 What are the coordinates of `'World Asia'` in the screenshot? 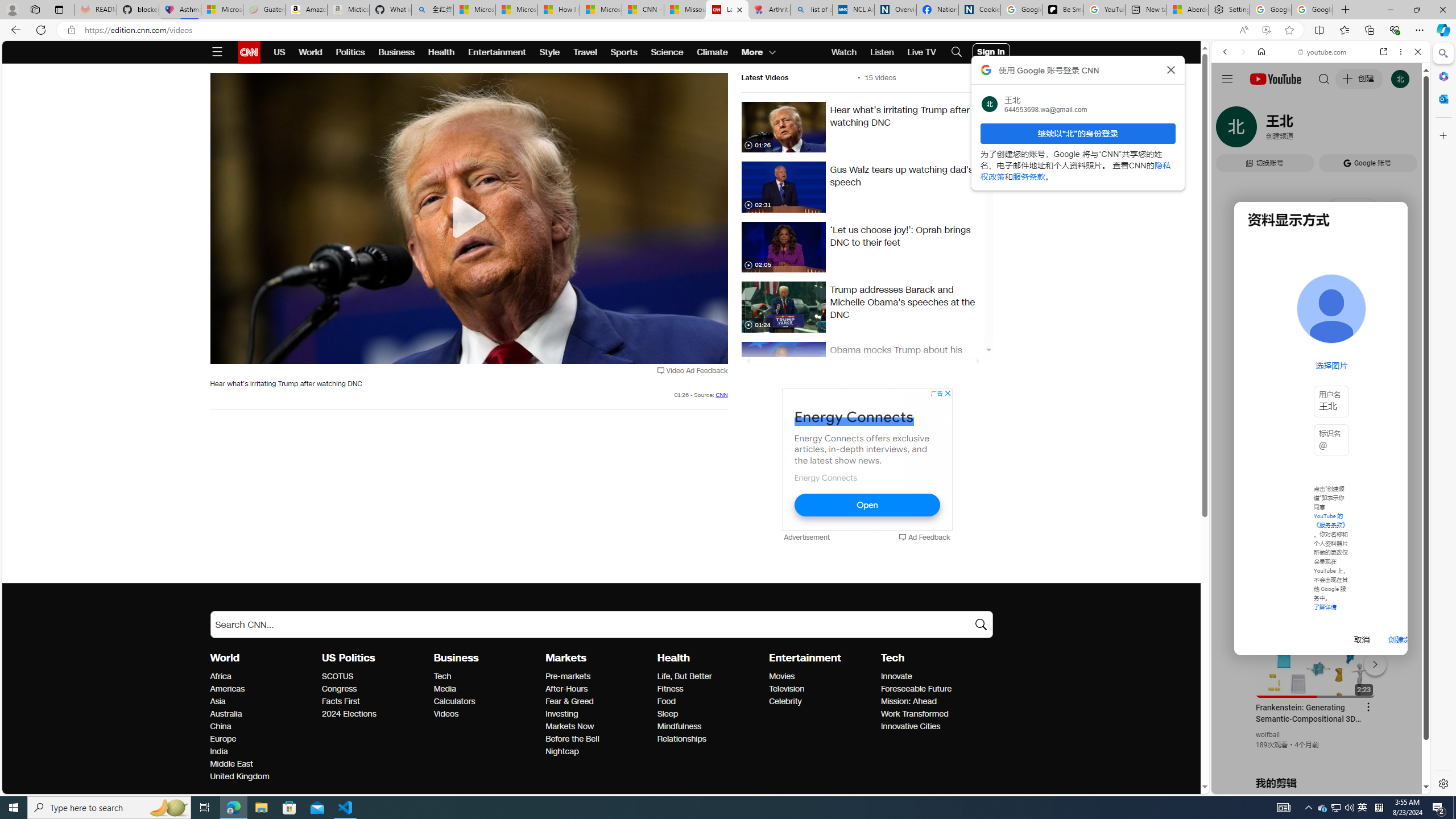 It's located at (217, 701).